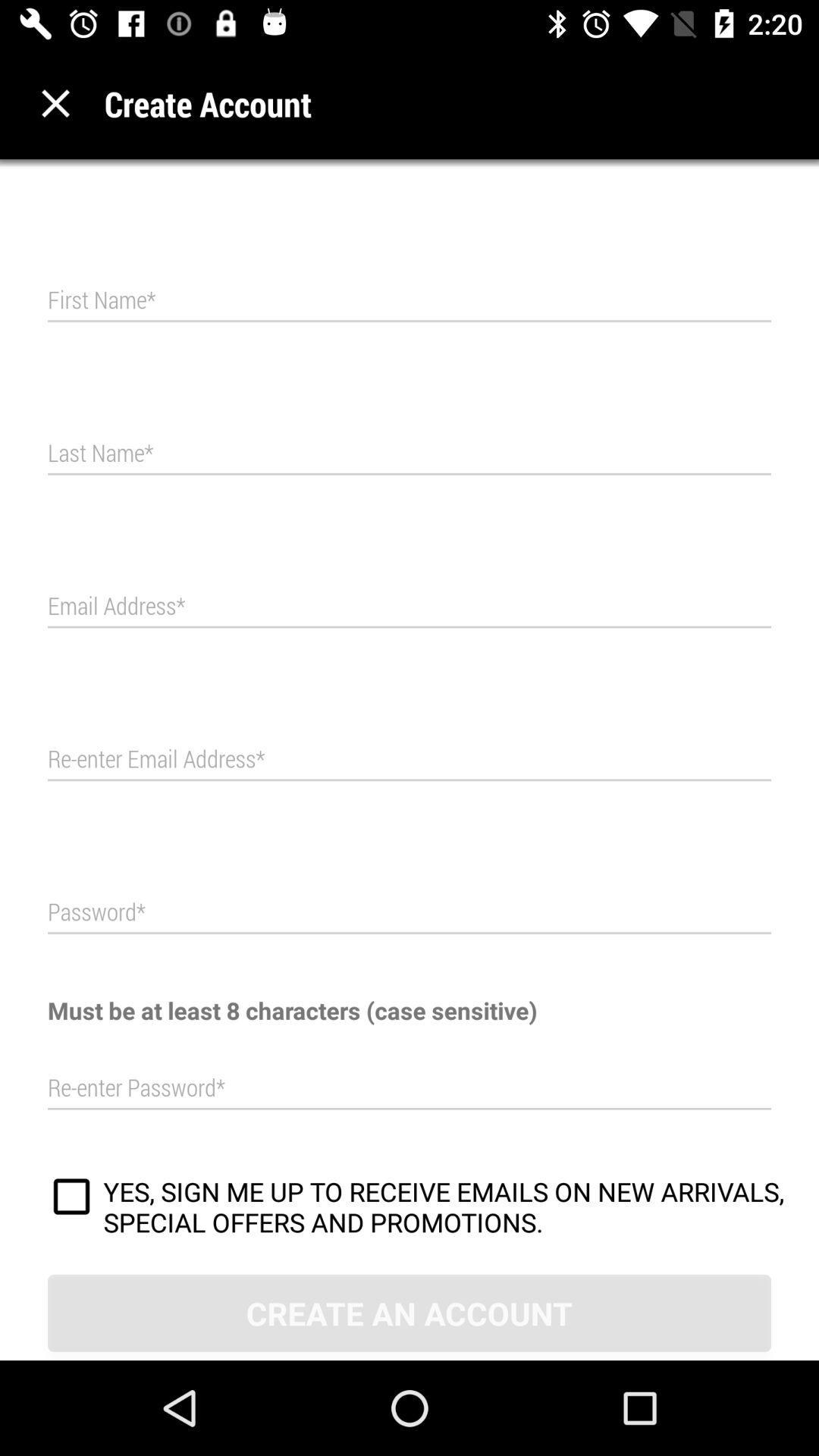 Image resolution: width=819 pixels, height=1456 pixels. I want to click on type last name, so click(409, 453).